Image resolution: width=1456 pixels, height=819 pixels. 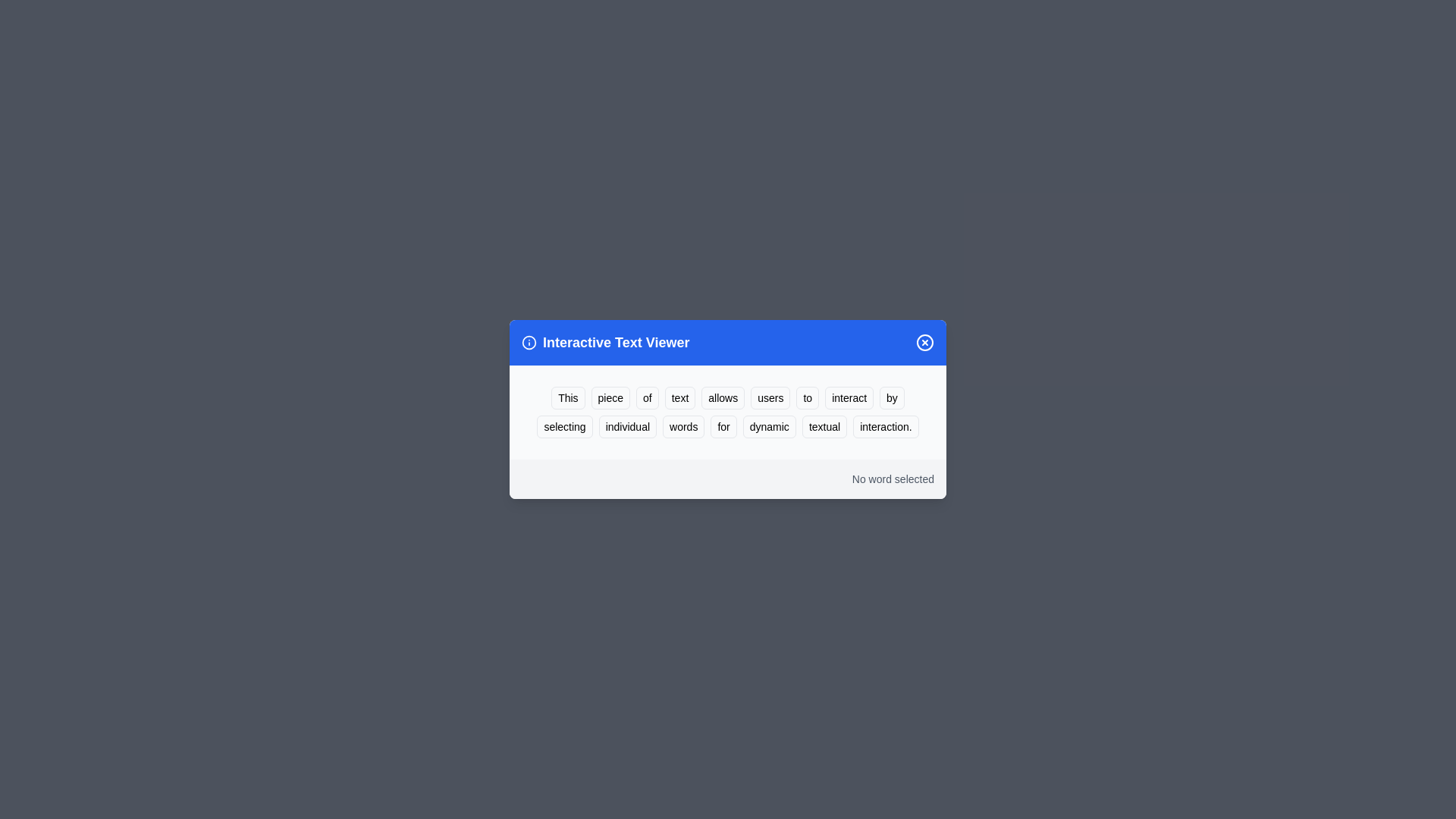 What do you see at coordinates (567, 397) in the screenshot?
I see `the word 'This' to highlight it` at bounding box center [567, 397].